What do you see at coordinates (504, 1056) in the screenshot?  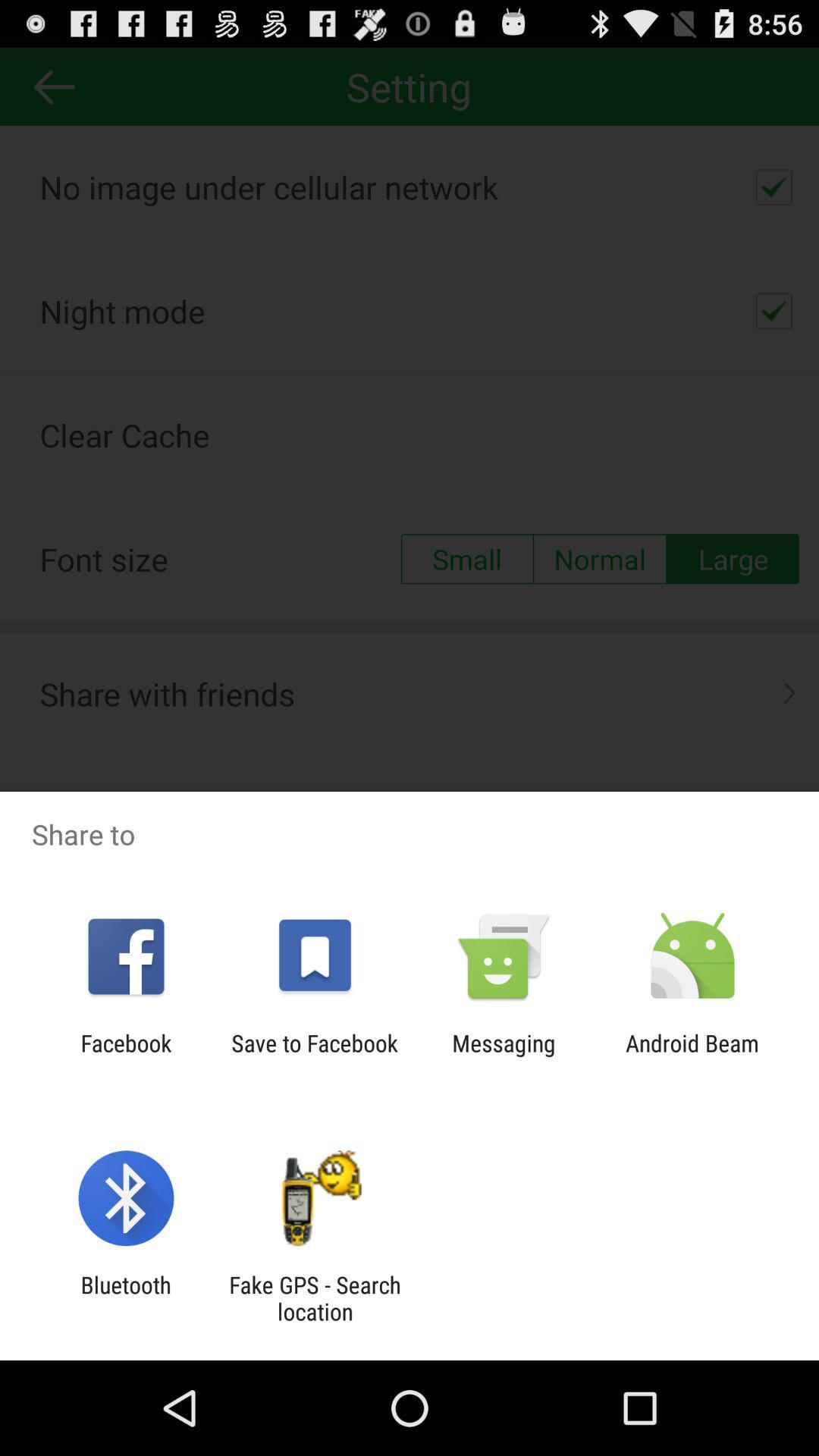 I see `app to the left of the android beam app` at bounding box center [504, 1056].